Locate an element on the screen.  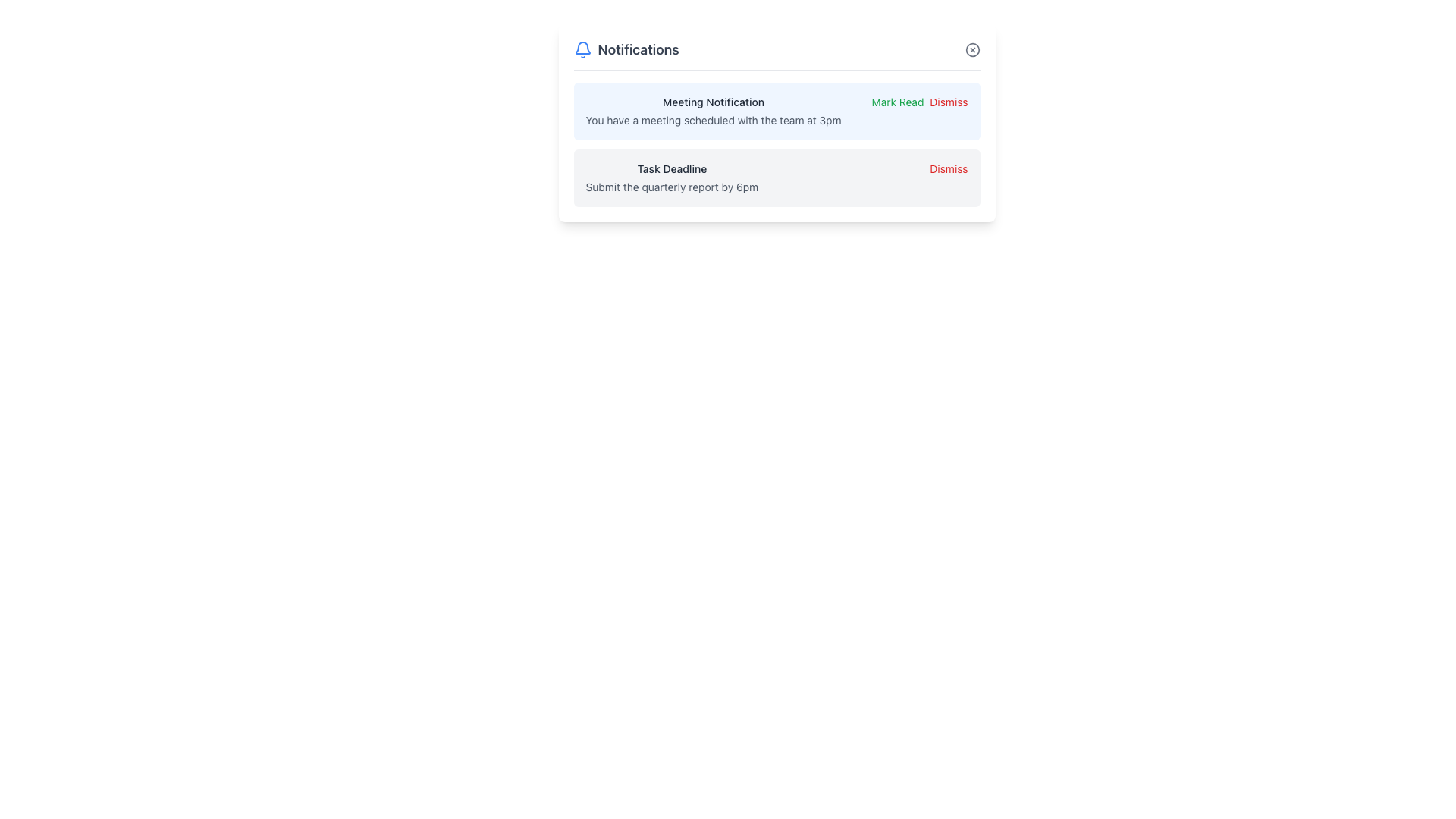
the button located in the top-right corner of the Notifications header is located at coordinates (972, 49).